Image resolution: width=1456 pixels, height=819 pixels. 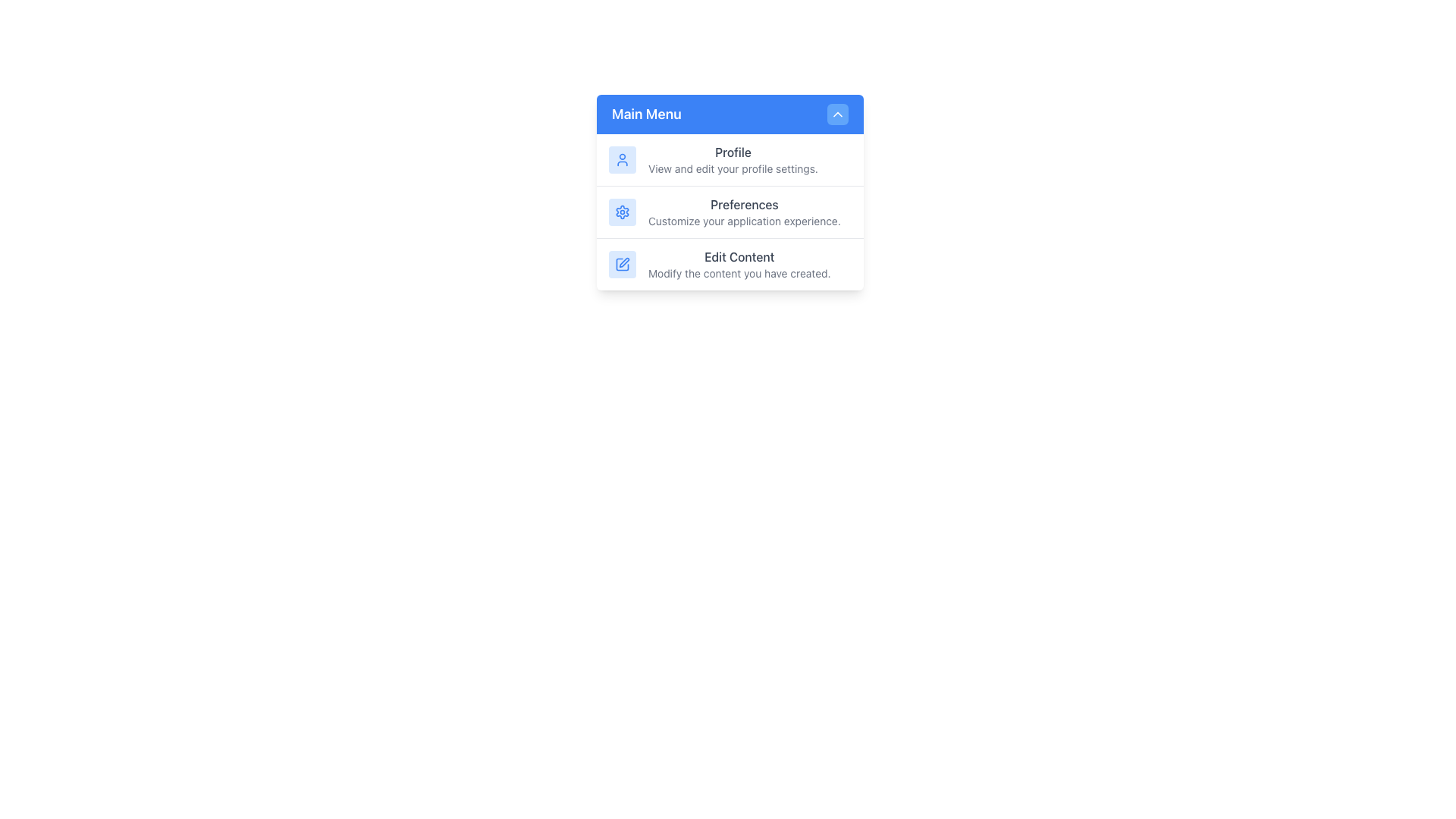 What do you see at coordinates (646, 113) in the screenshot?
I see `text label indicating 'Main Menu' located in the top-left portion of the blue header section` at bounding box center [646, 113].